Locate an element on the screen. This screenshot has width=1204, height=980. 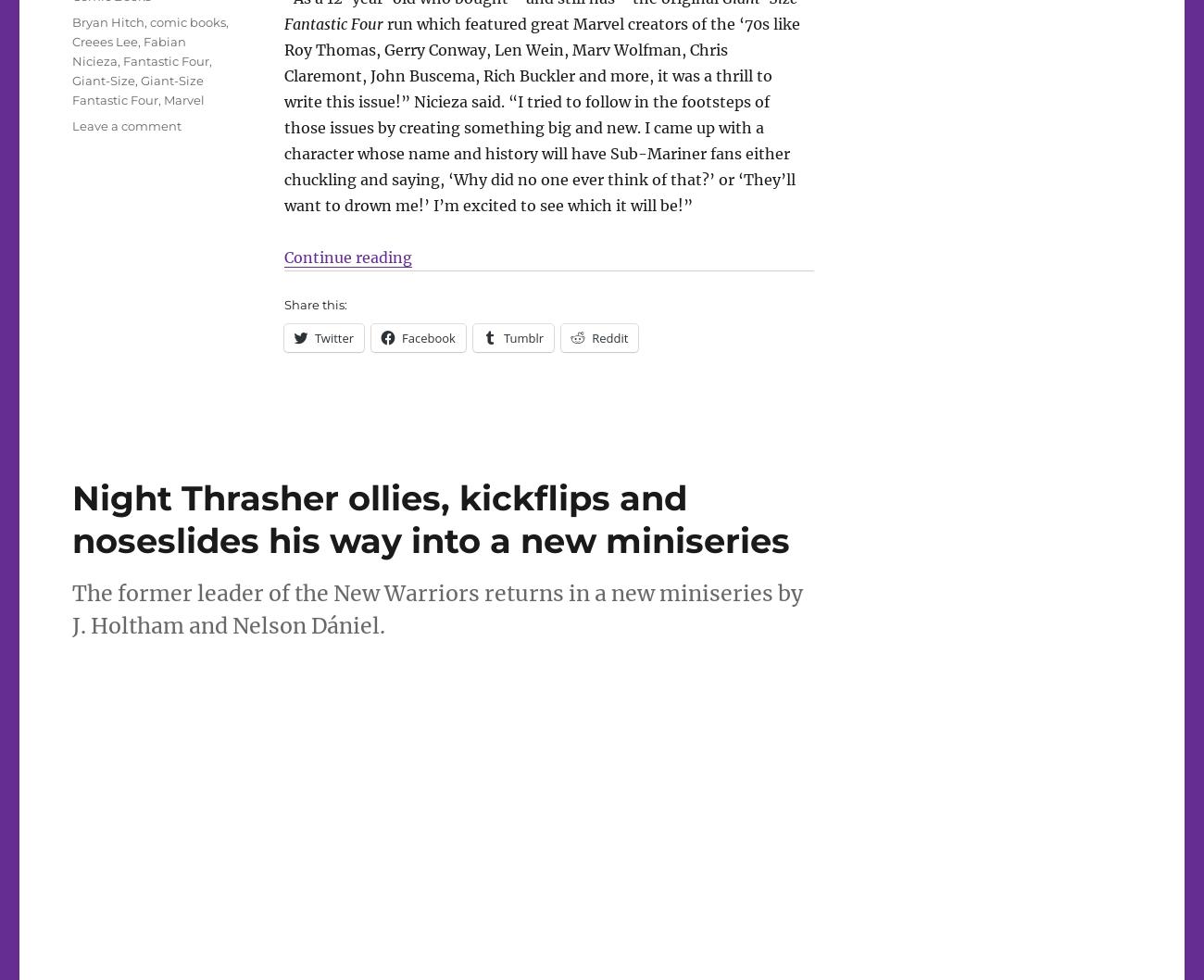
'Share this:' is located at coordinates (283, 302).